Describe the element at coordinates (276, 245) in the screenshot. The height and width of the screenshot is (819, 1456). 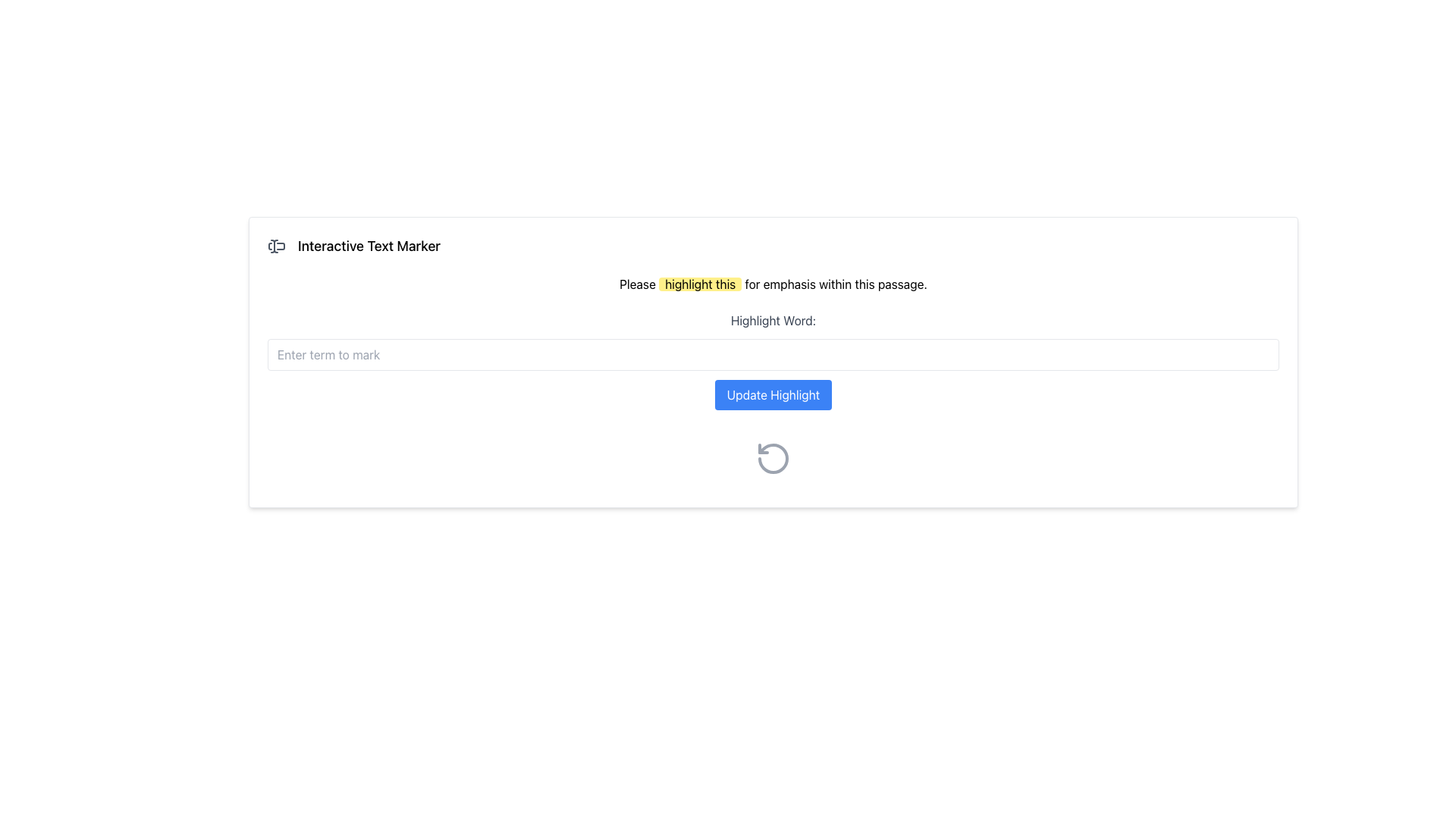
I see `the icon representing the 'Interactive Text Marker' section, which is located to the left of the text 'Interactive Text Marker'` at that location.